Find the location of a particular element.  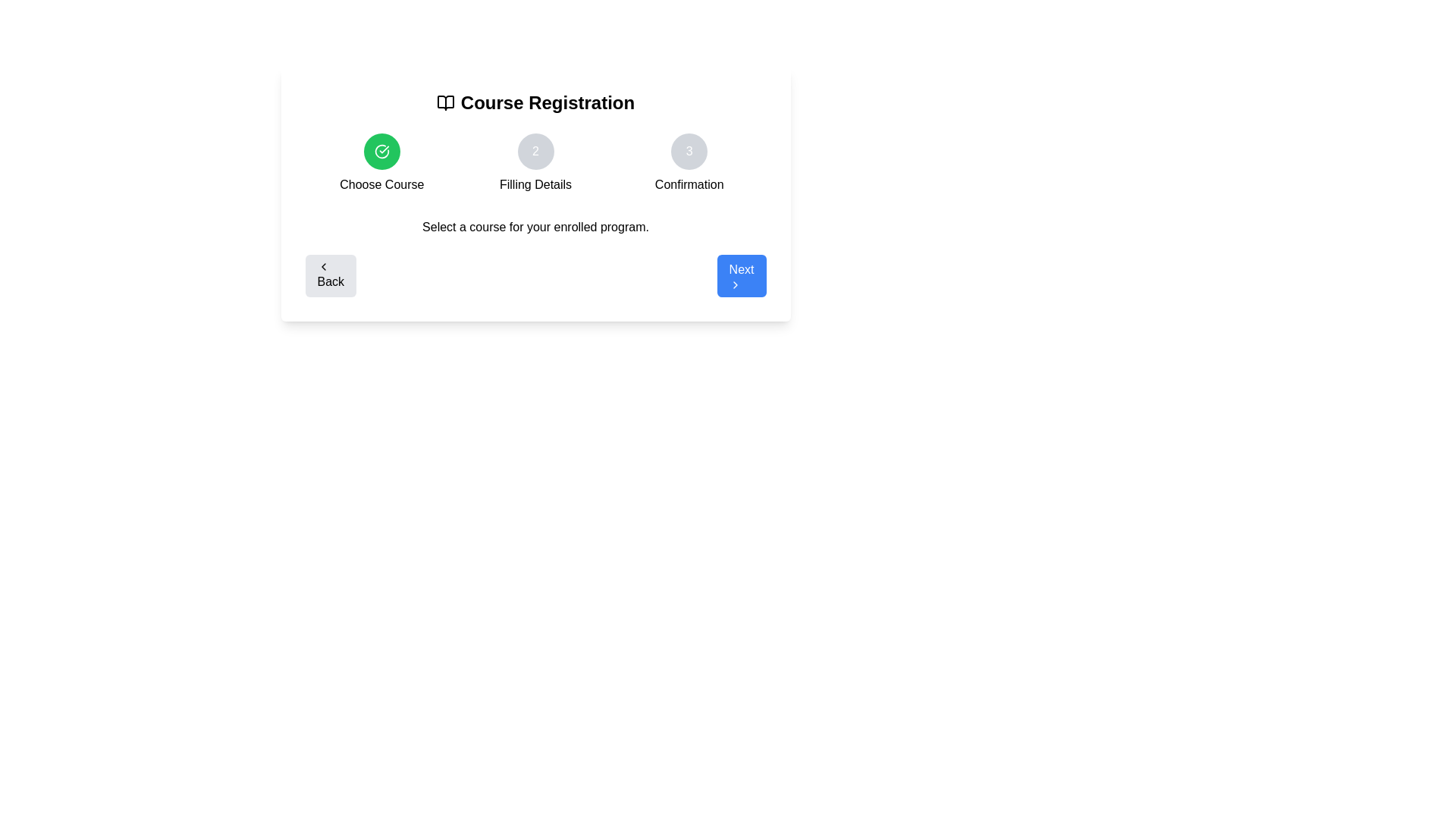

the Step indicator labeled '3' which is a circular area with a gray background located above the text label 'Confirmation'. This element is the last in a sequence of three labeled circles in the header section is located at coordinates (689, 164).